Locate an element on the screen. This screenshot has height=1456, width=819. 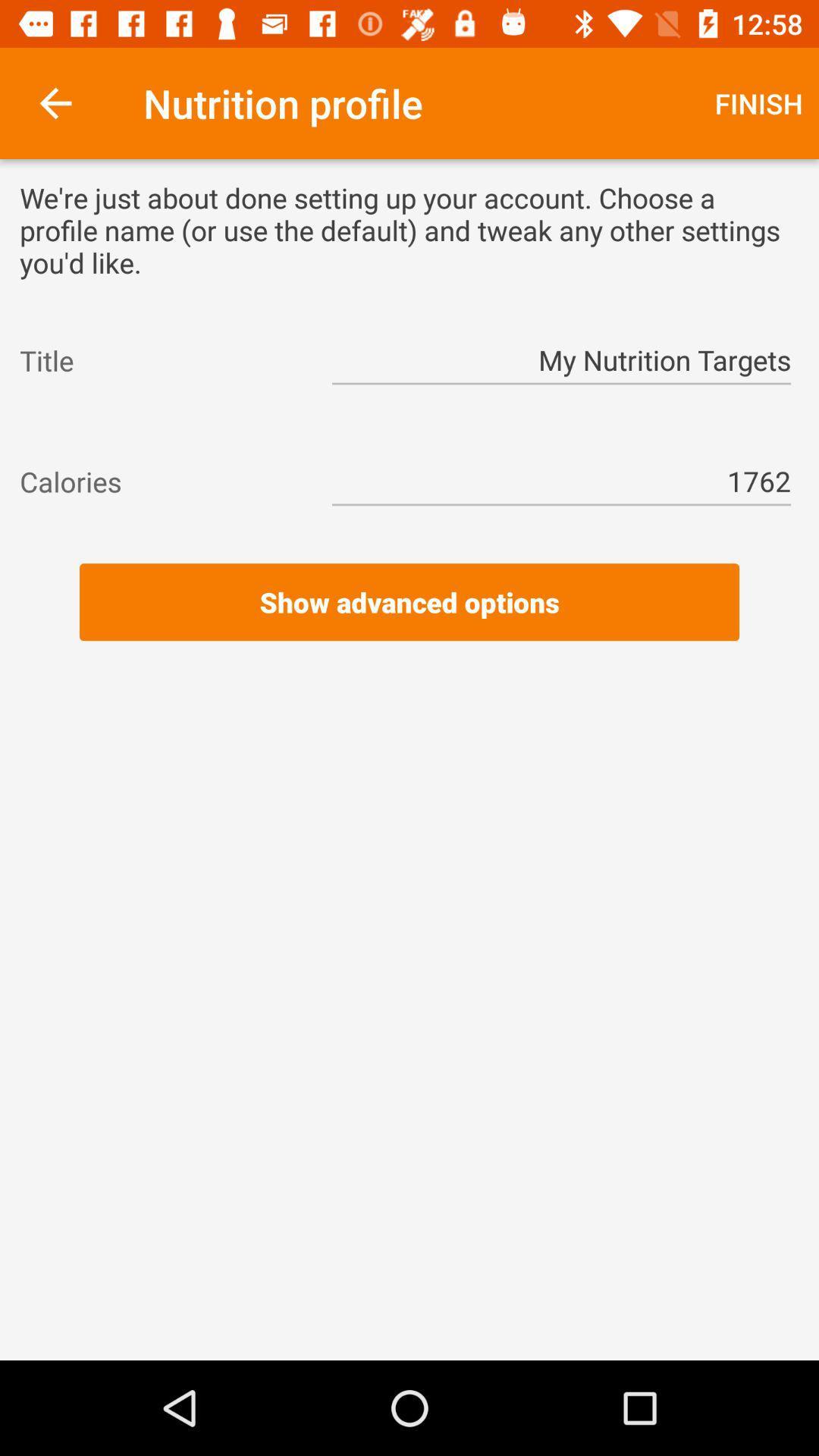
icon to the left of nutrition profile icon is located at coordinates (55, 102).